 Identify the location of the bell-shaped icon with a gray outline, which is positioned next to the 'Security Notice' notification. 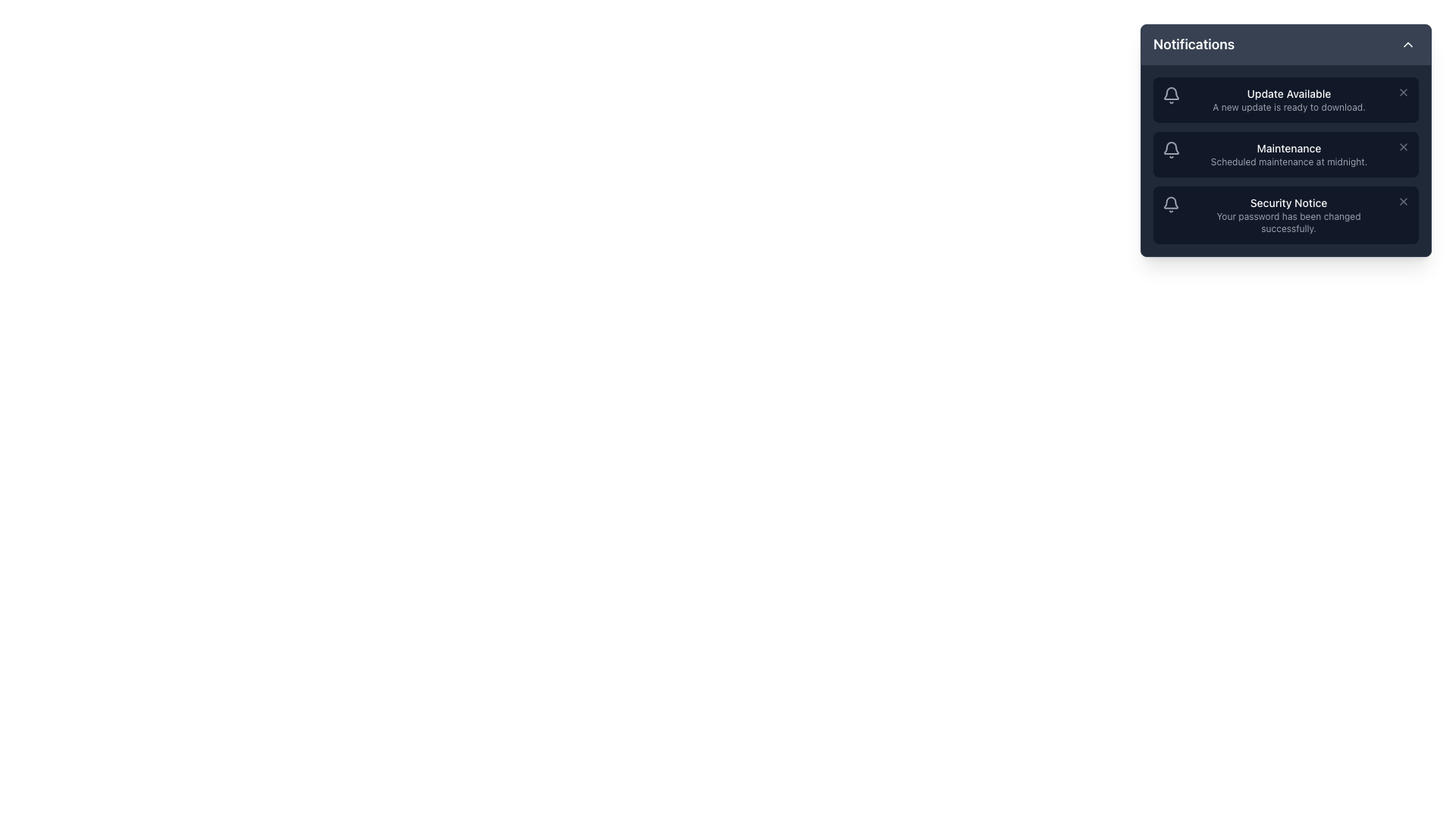
(1170, 205).